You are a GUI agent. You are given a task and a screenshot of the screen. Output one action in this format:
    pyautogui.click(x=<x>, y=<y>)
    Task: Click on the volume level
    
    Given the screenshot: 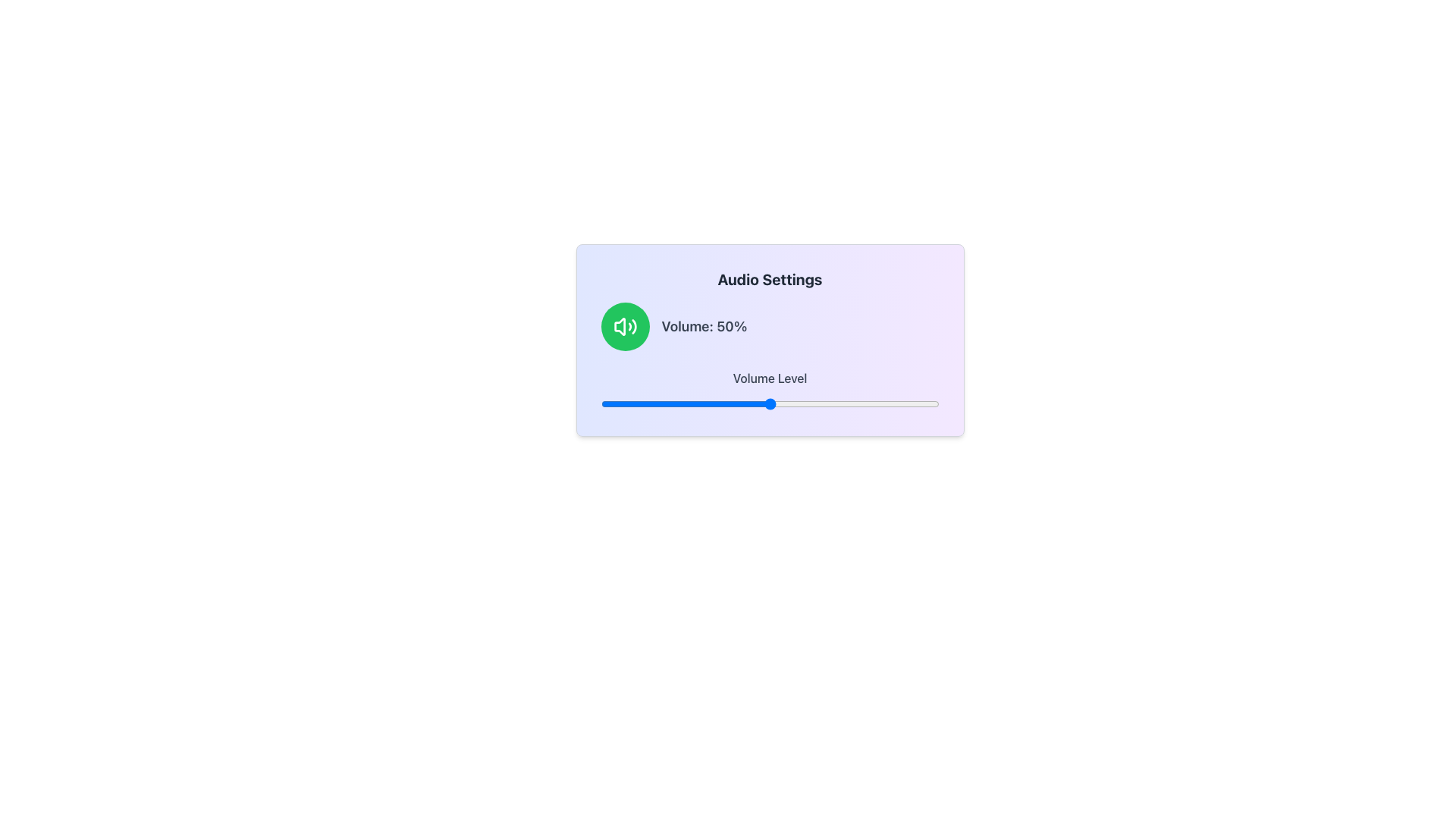 What is the action you would take?
    pyautogui.click(x=816, y=403)
    